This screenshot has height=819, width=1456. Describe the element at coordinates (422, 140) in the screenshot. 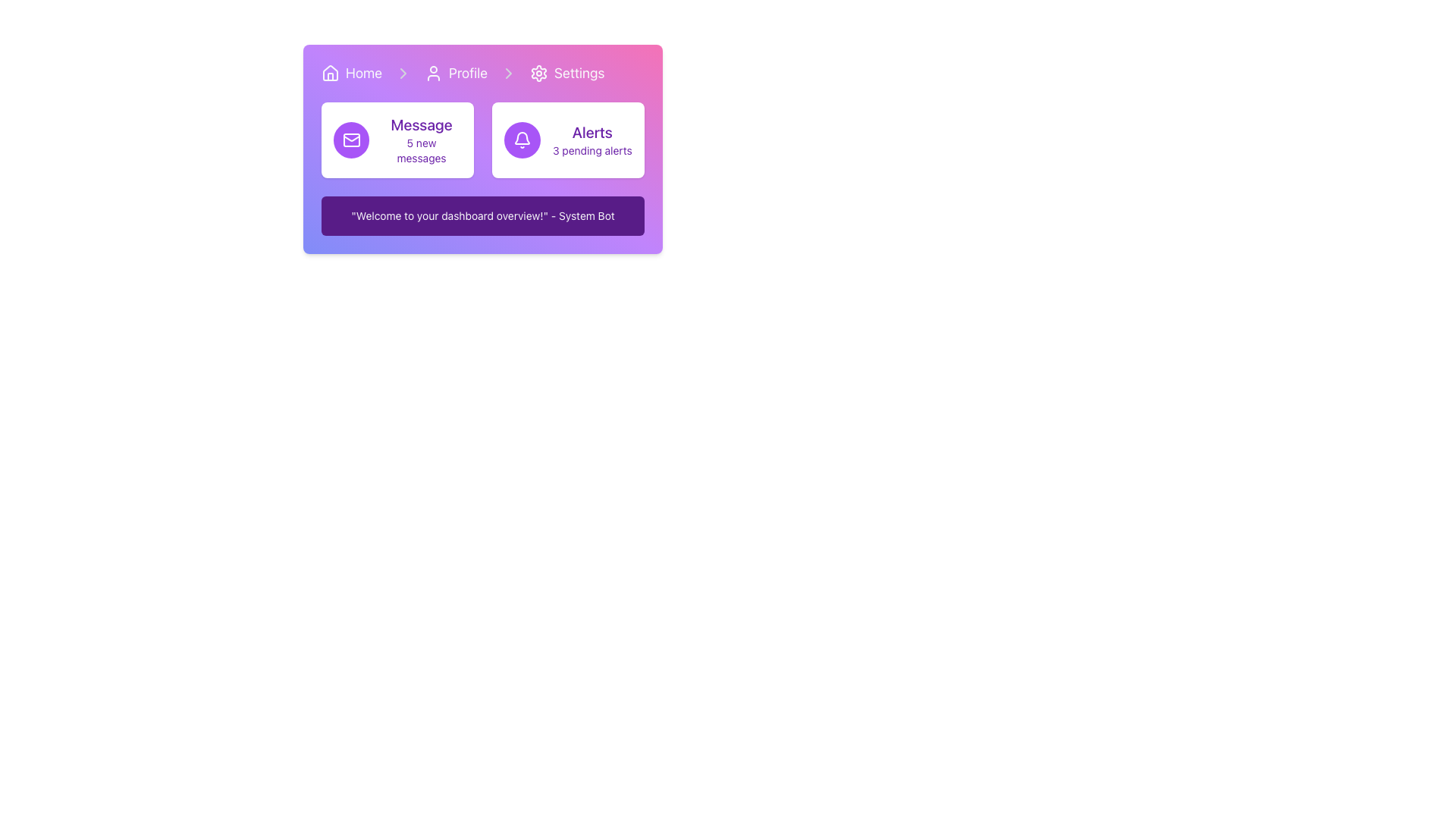

I see `the notification summary text label indicating there are 5 new messages, located within a card structure to the left of the 'Alerts' card` at that location.